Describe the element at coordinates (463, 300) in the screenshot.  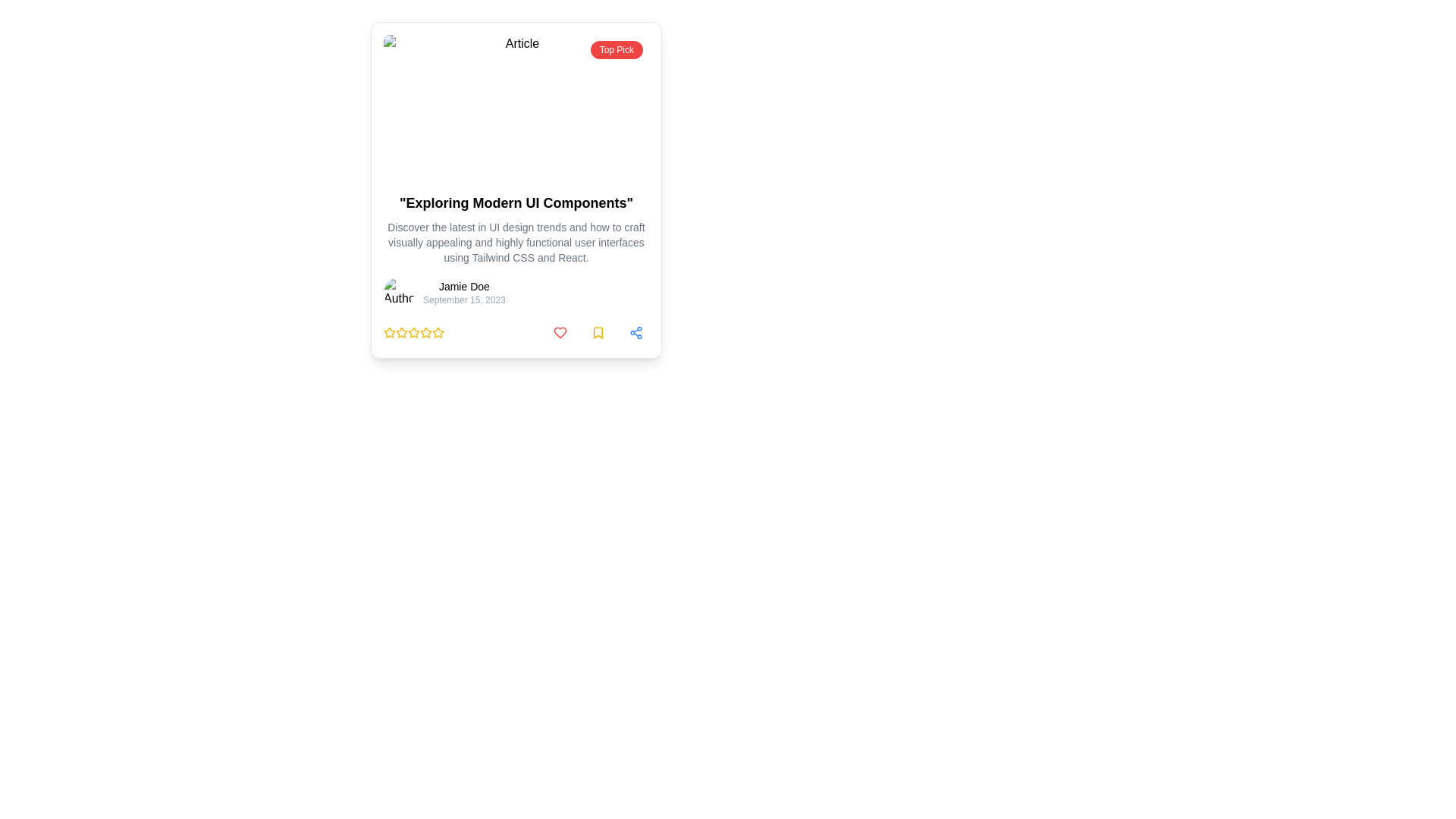
I see `text label displaying the publication date of the article, which is located directly below the author's name 'Jamie Doe' in the bottom-left quadrant of the card interface` at that location.